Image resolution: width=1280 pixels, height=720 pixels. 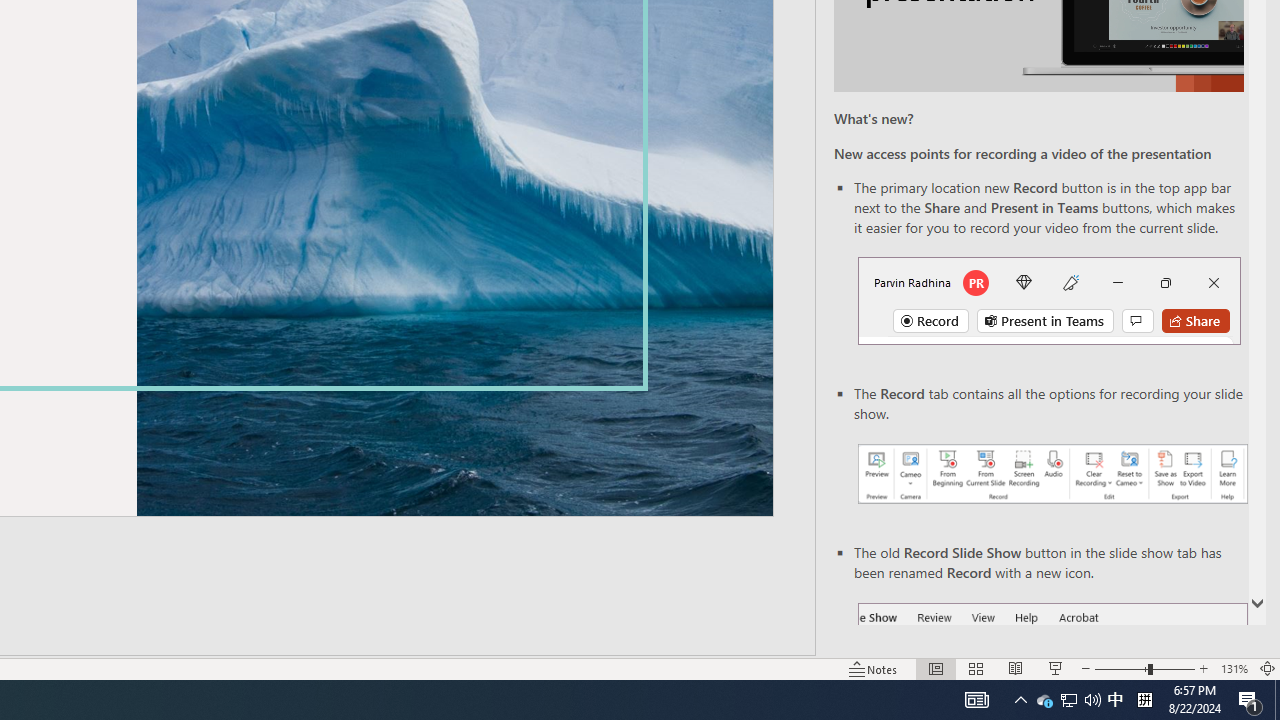 What do you see at coordinates (1051, 474) in the screenshot?
I see `'Record your presentations screenshot one'` at bounding box center [1051, 474].